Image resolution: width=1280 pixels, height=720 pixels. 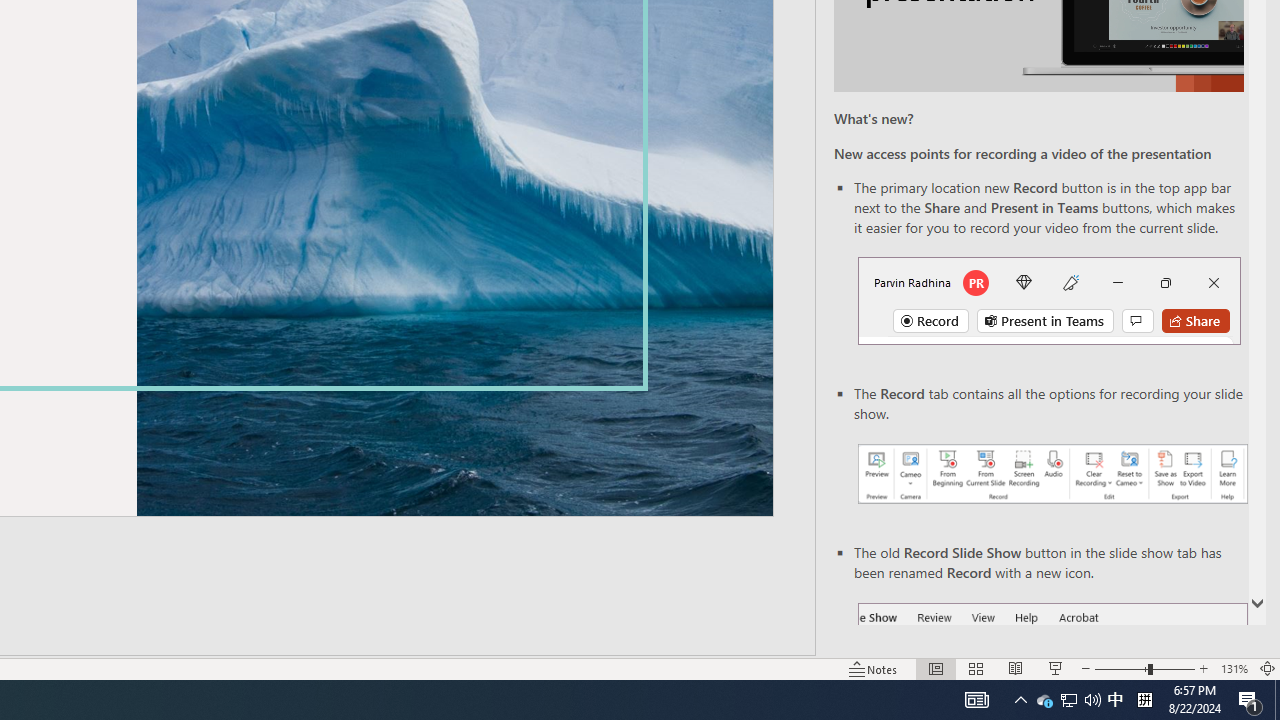 What do you see at coordinates (1051, 474) in the screenshot?
I see `'Record your presentations screenshot one'` at bounding box center [1051, 474].